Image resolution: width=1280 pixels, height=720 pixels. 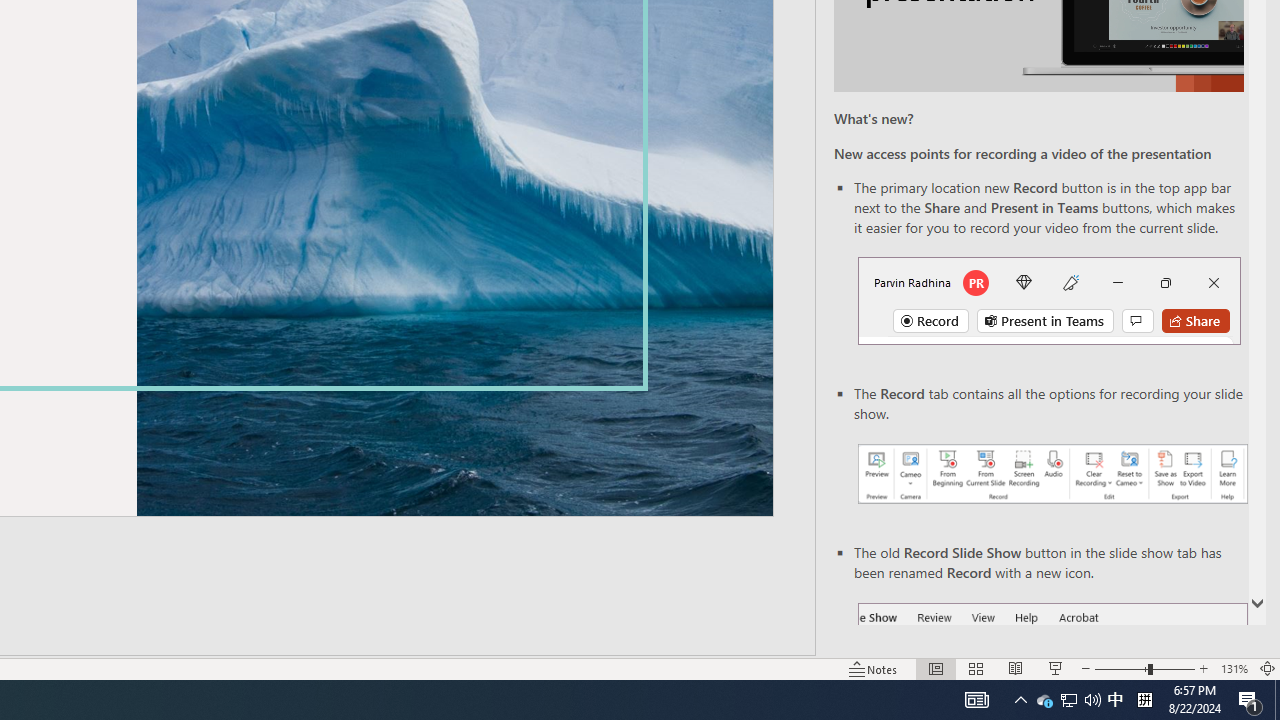 What do you see at coordinates (1051, 474) in the screenshot?
I see `'Record your presentations screenshot one'` at bounding box center [1051, 474].